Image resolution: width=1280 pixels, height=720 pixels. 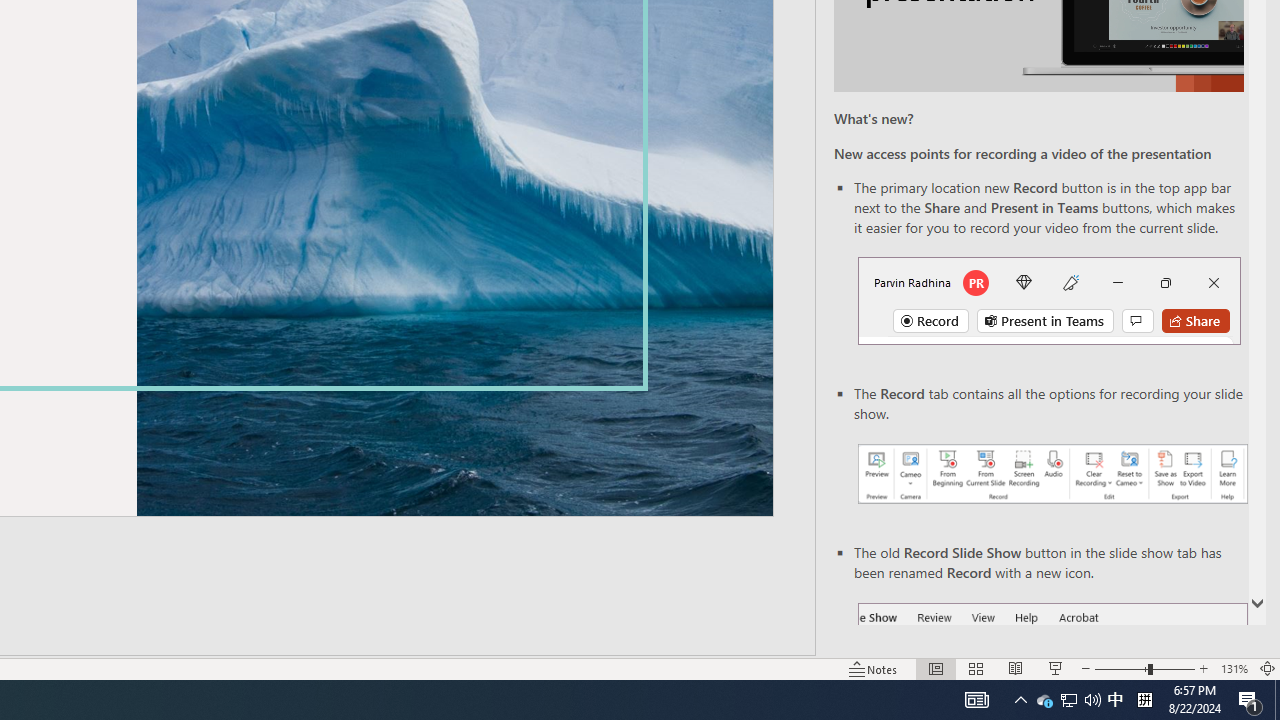 What do you see at coordinates (1051, 474) in the screenshot?
I see `'Record your presentations screenshot one'` at bounding box center [1051, 474].